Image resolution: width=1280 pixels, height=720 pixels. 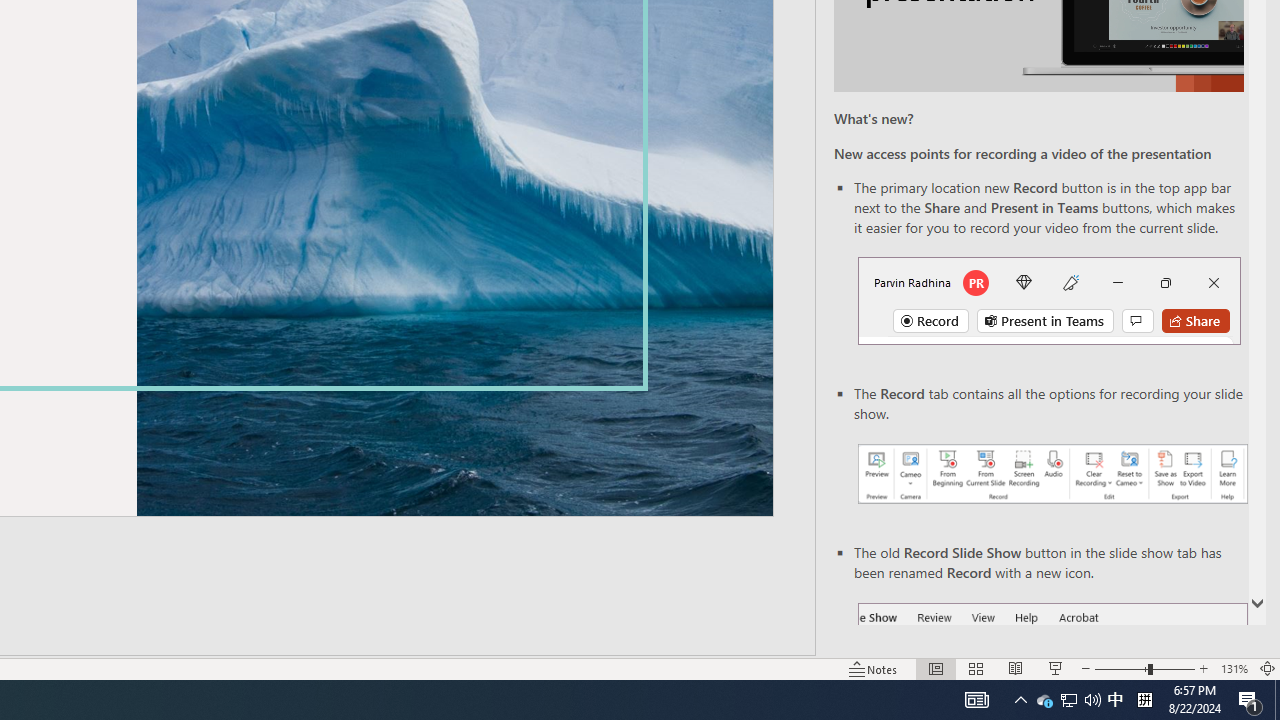 What do you see at coordinates (1051, 474) in the screenshot?
I see `'Record your presentations screenshot one'` at bounding box center [1051, 474].